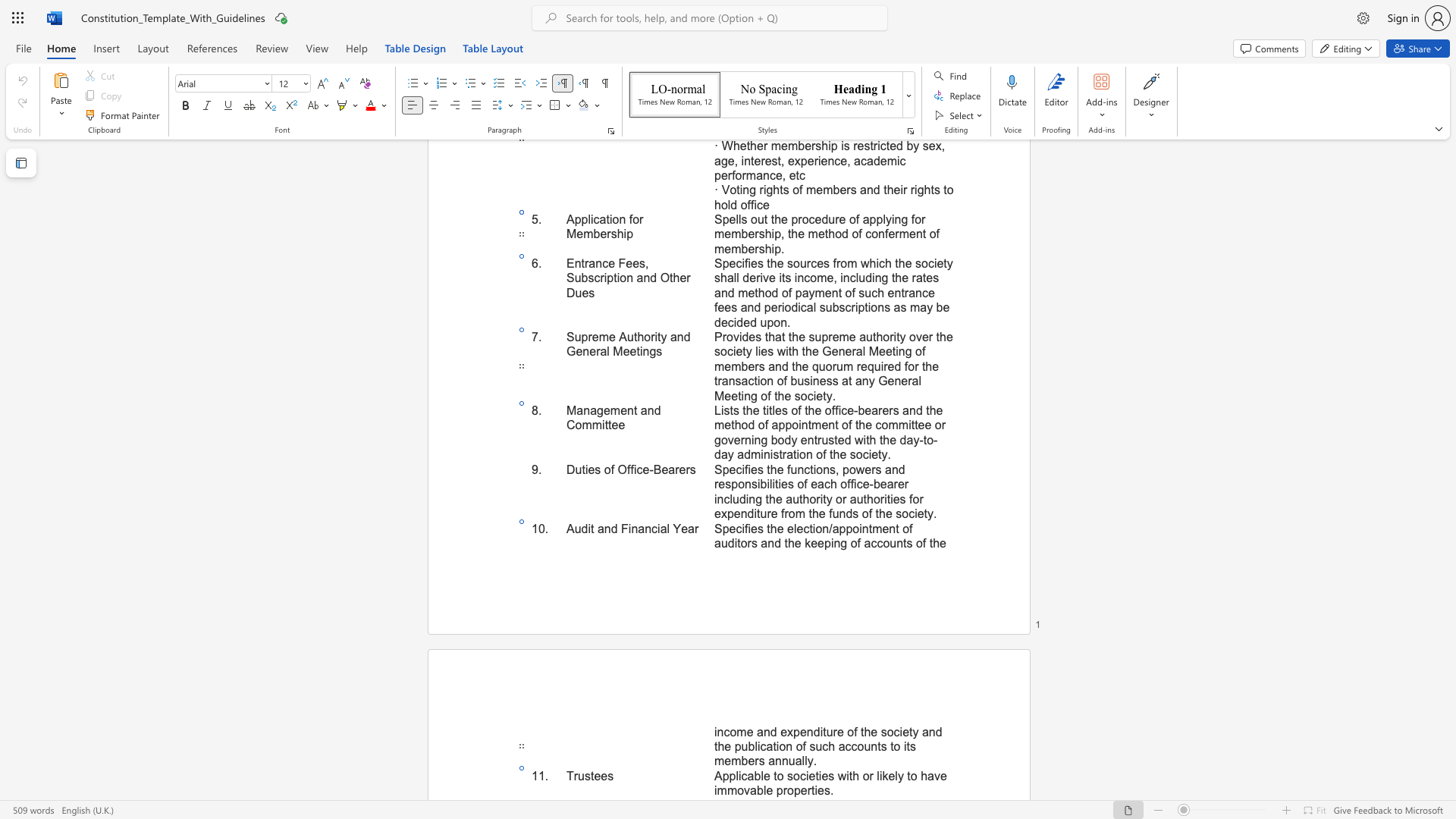  What do you see at coordinates (578, 469) in the screenshot?
I see `the 1th character "u" in the text` at bounding box center [578, 469].